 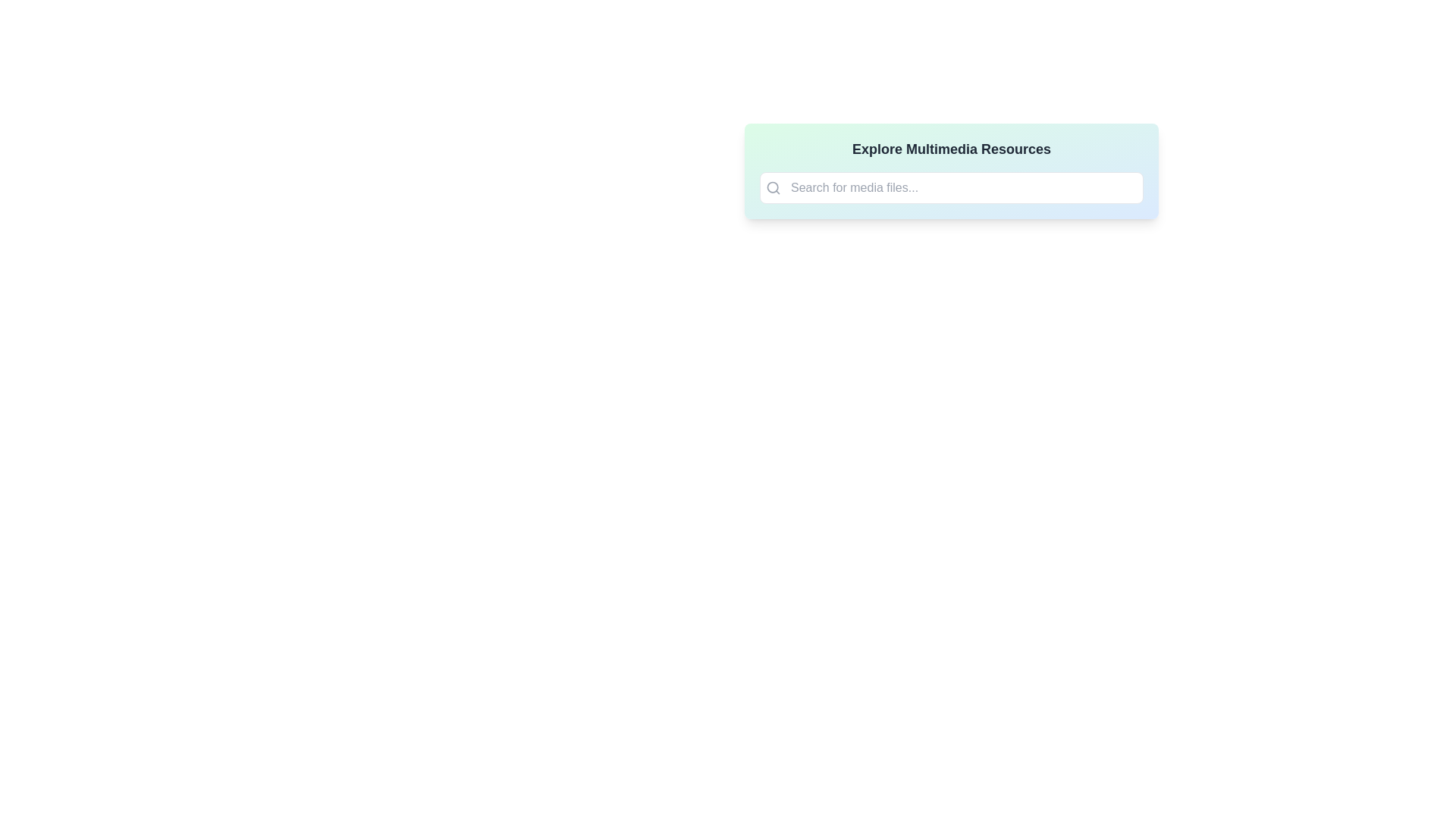 What do you see at coordinates (773, 187) in the screenshot?
I see `the circular magnifying glass icon representing a search action, located to the left of the search input field in the 'Explore Multimedia Resources' card` at bounding box center [773, 187].